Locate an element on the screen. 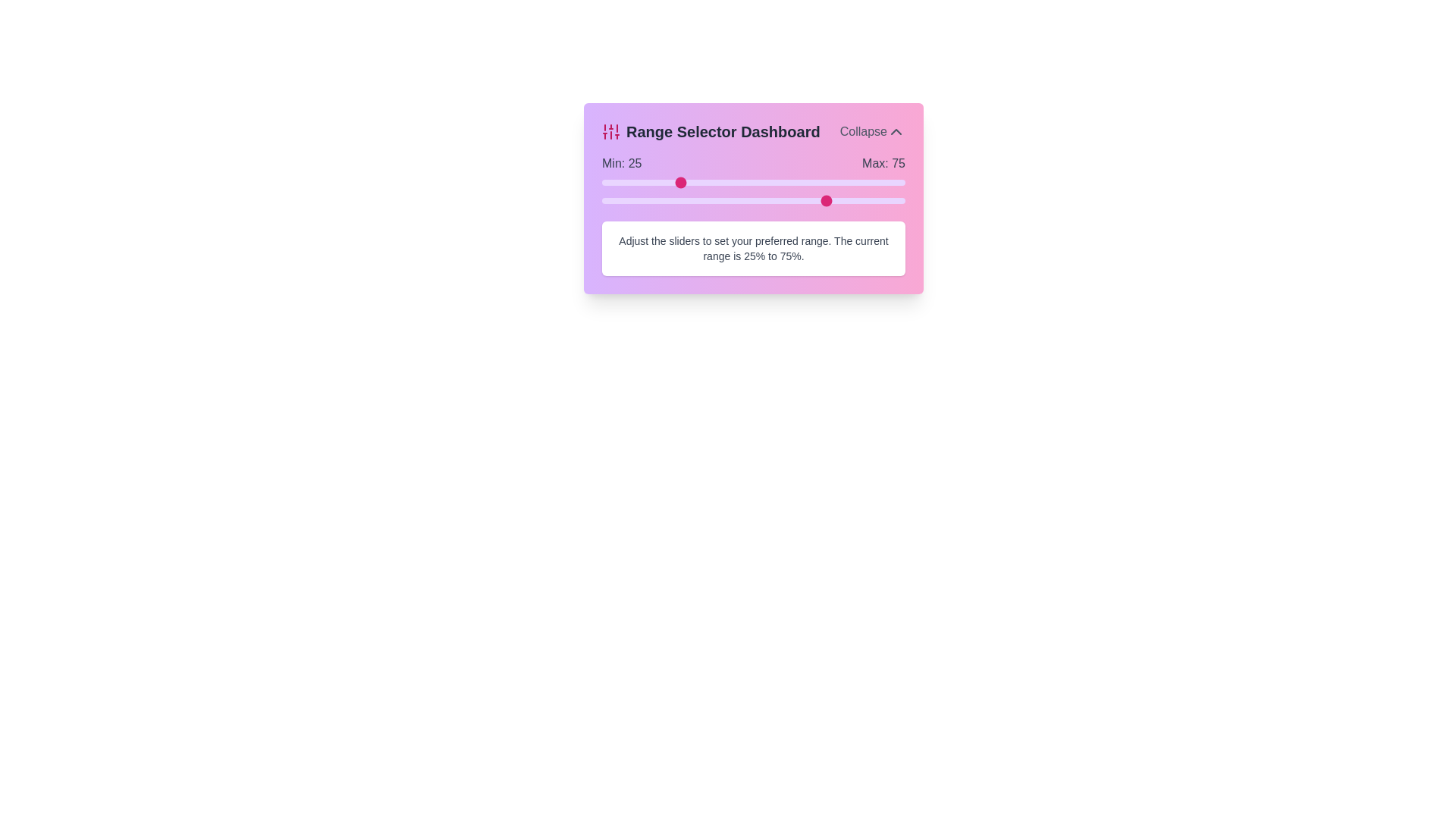  the maximum range slider to 56% is located at coordinates (771, 200).